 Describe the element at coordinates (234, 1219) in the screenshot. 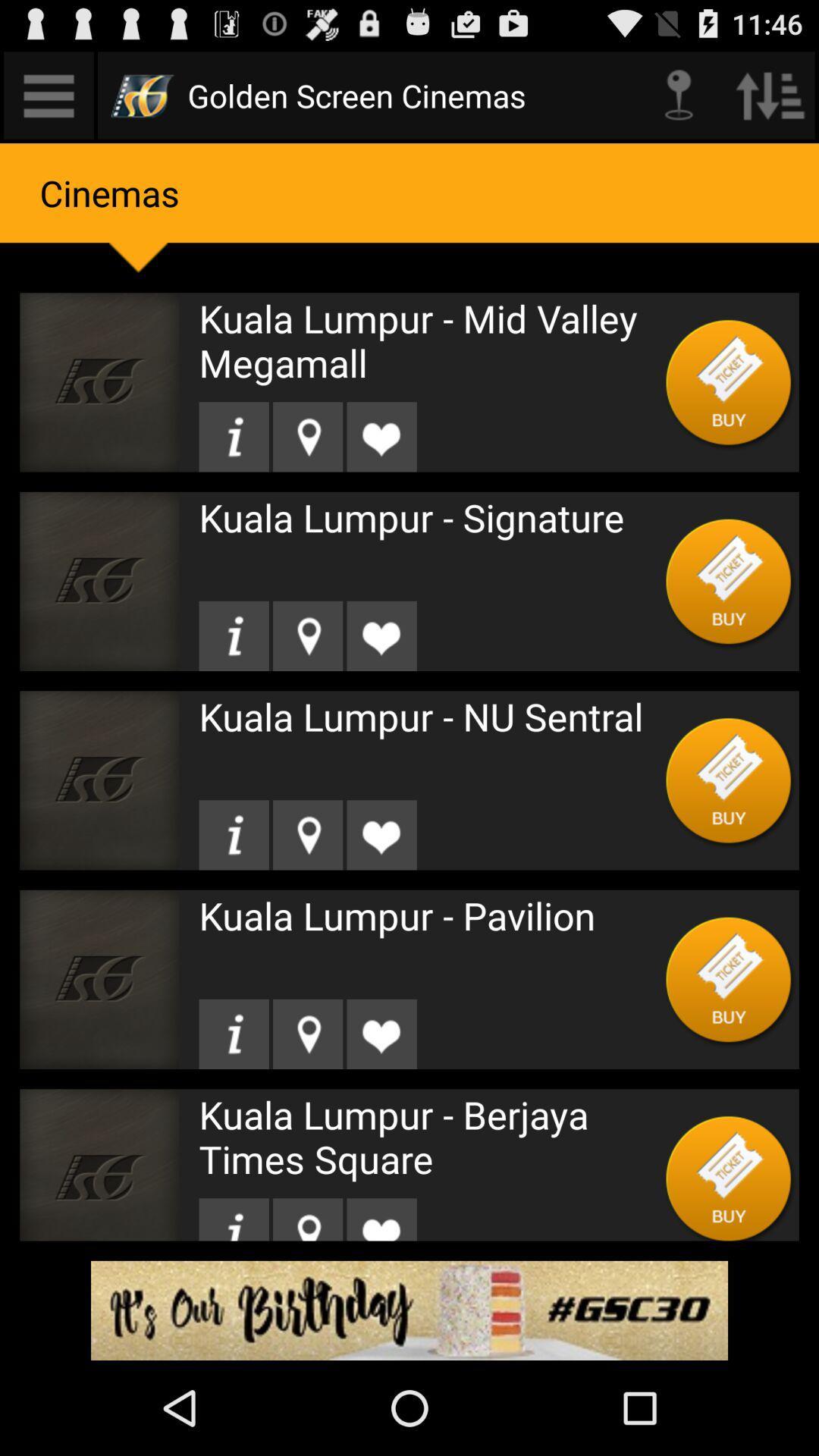

I see `see information` at that location.